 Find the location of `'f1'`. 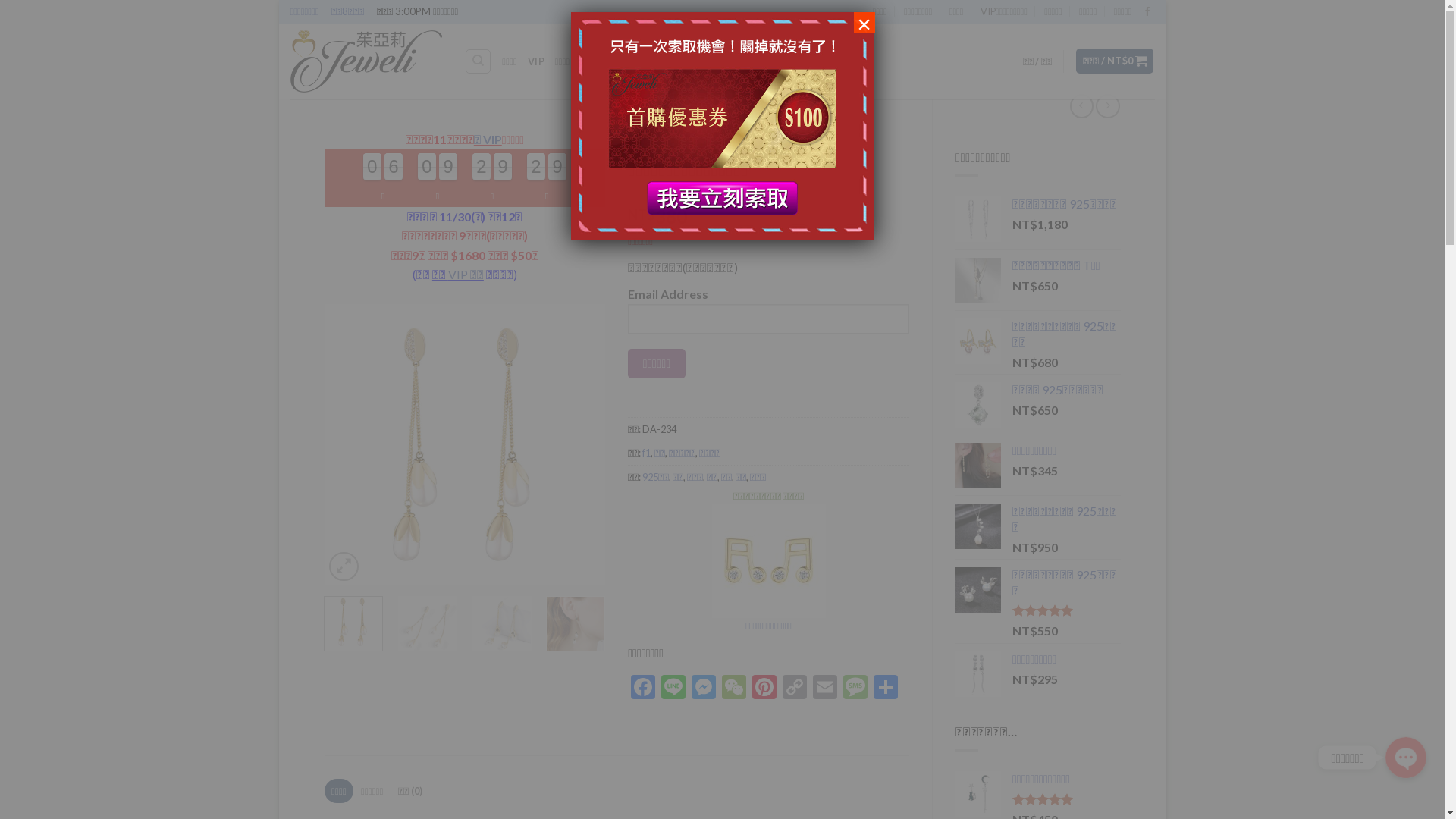

'f1' is located at coordinates (646, 452).